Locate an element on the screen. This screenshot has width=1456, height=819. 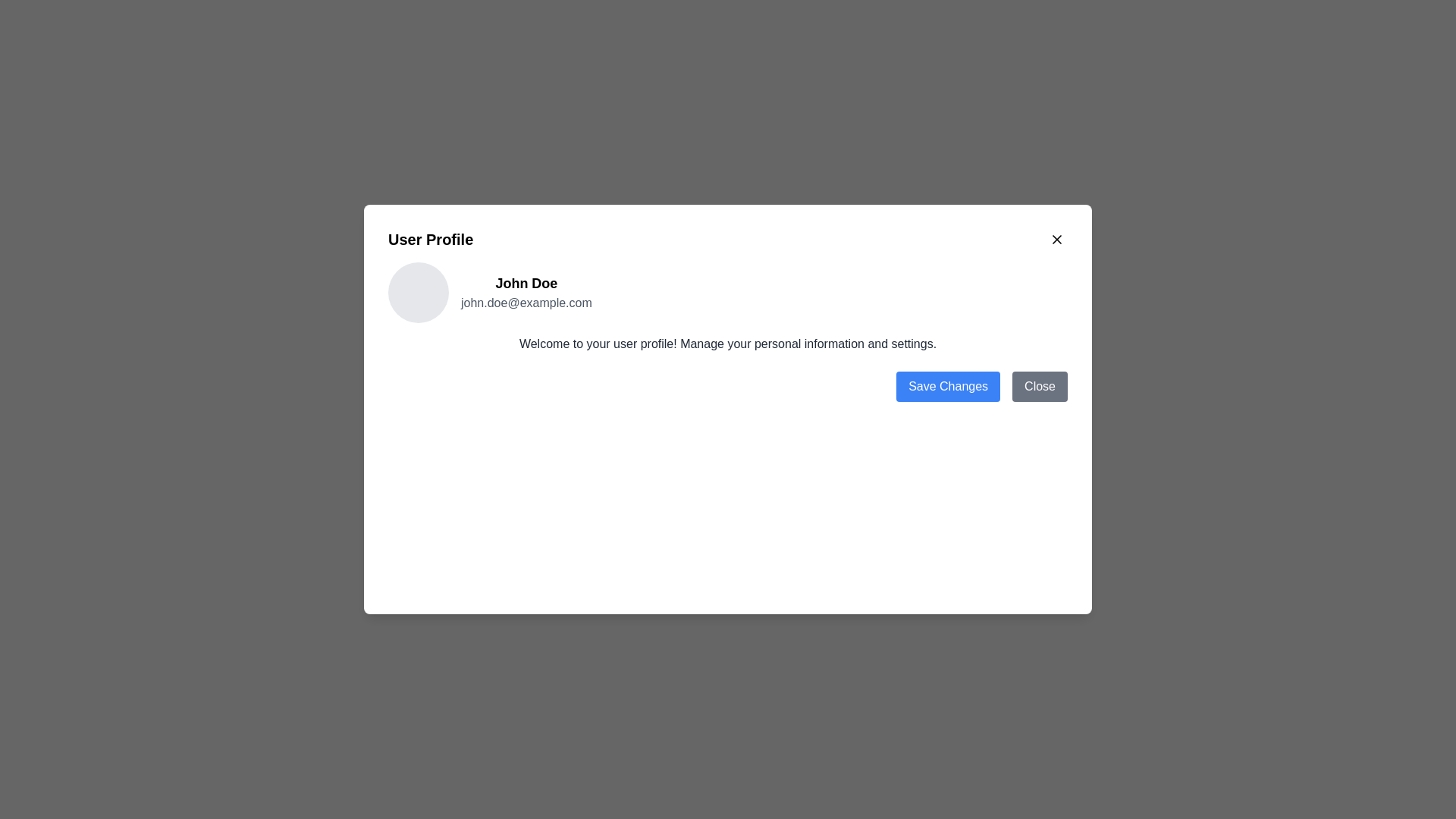
the close button in the top-right corner of the 'User Profile' dialog box, which is represented by an 'X' icon is located at coordinates (1056, 239).